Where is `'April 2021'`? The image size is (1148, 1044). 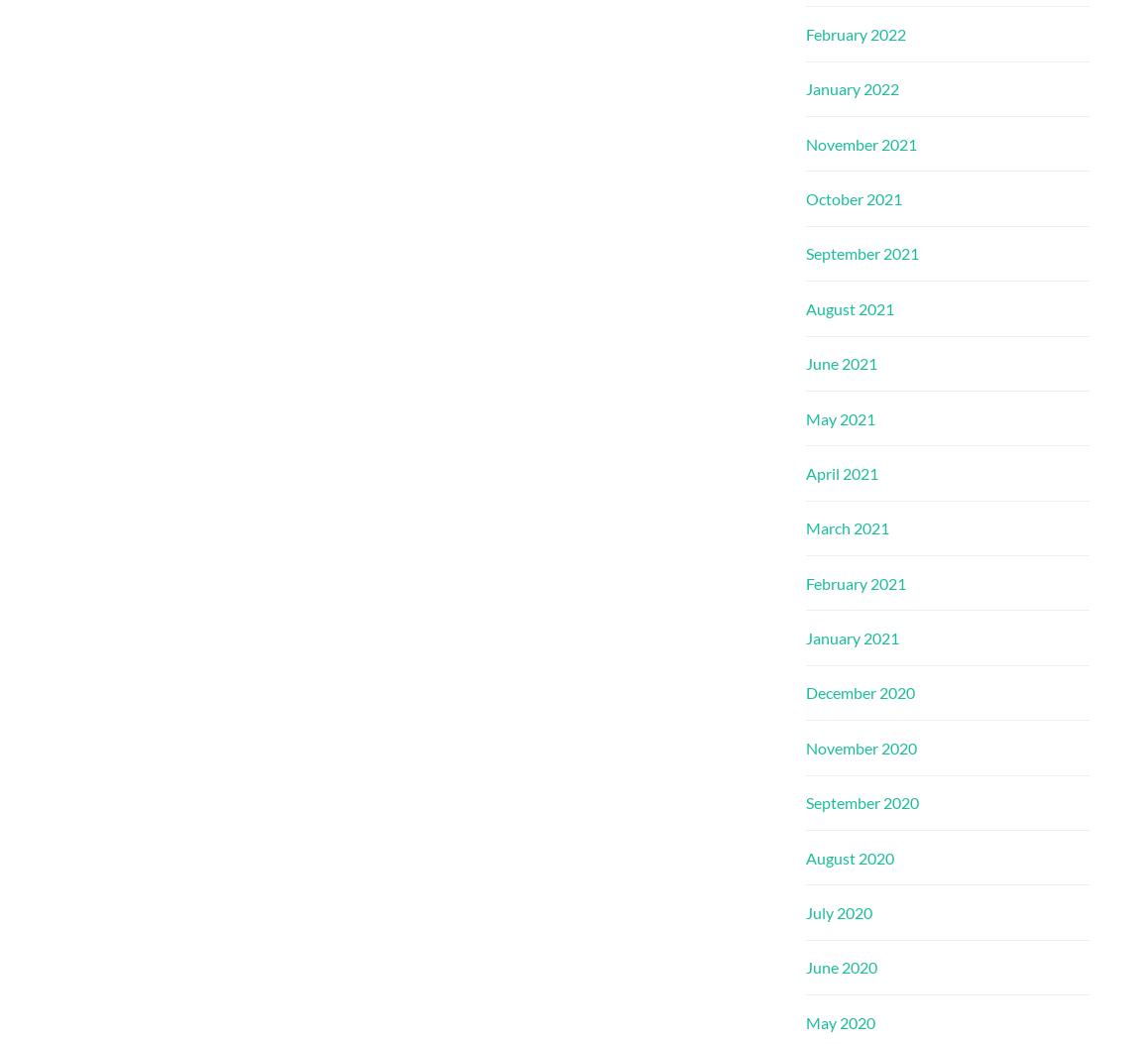 'April 2021' is located at coordinates (805, 471).